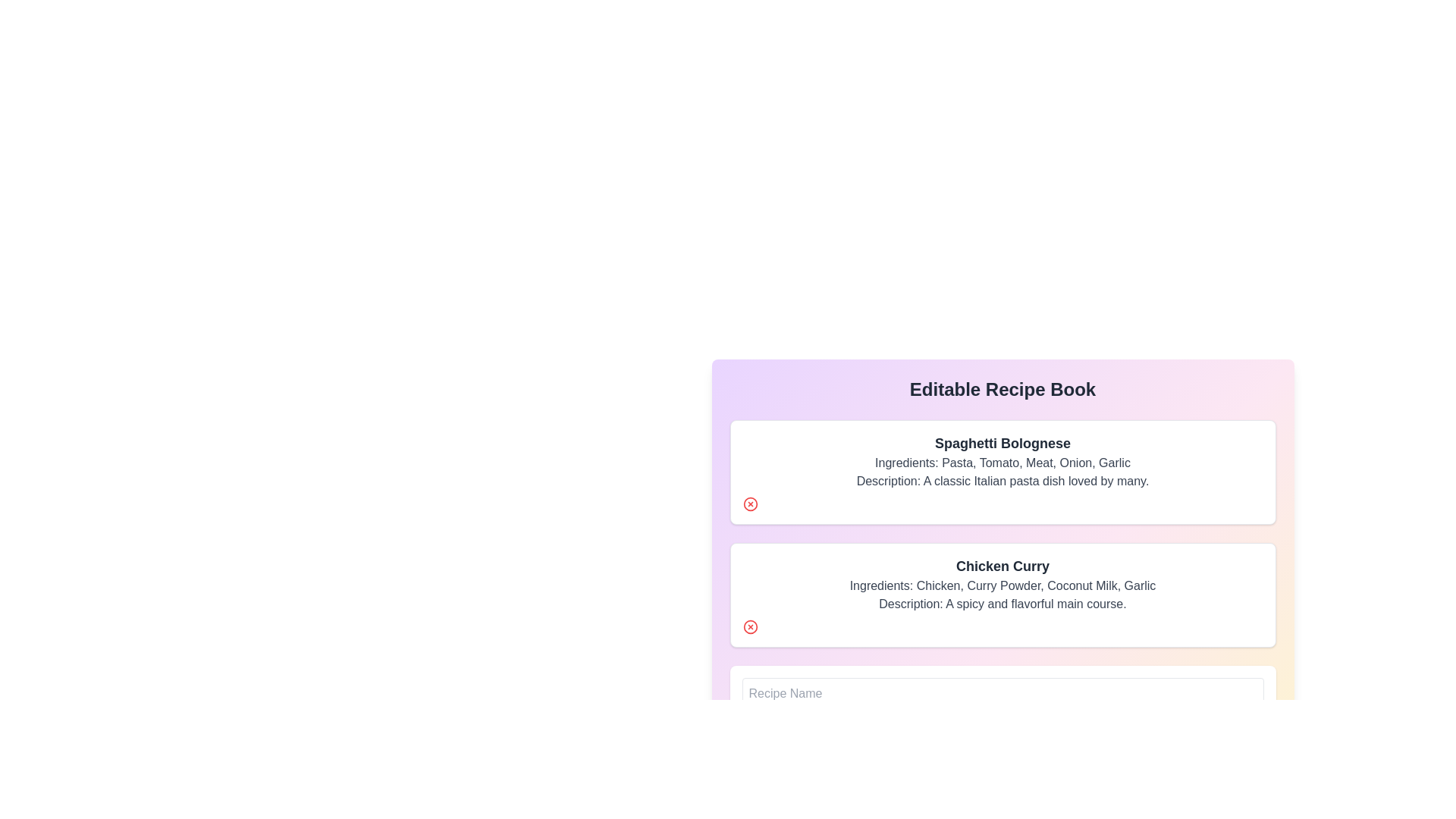  Describe the element at coordinates (1003, 482) in the screenshot. I see `text label element that displays 'Description: A classic Italian pasta dish loved by many.' located centrally beneath the ingredients list for 'Spaghetti Bolognese'` at that location.